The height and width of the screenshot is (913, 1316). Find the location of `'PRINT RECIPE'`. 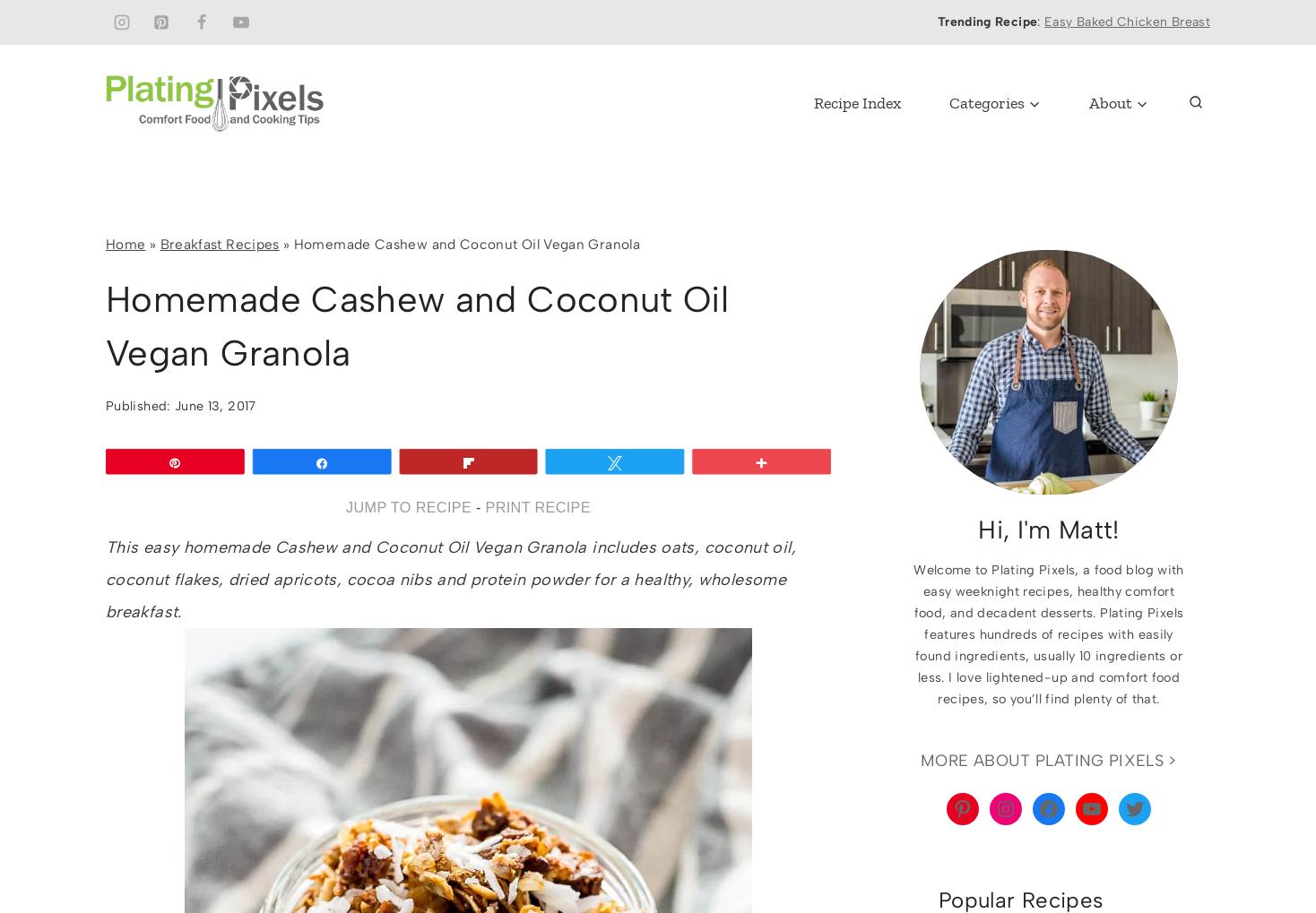

'PRINT RECIPE' is located at coordinates (537, 505).